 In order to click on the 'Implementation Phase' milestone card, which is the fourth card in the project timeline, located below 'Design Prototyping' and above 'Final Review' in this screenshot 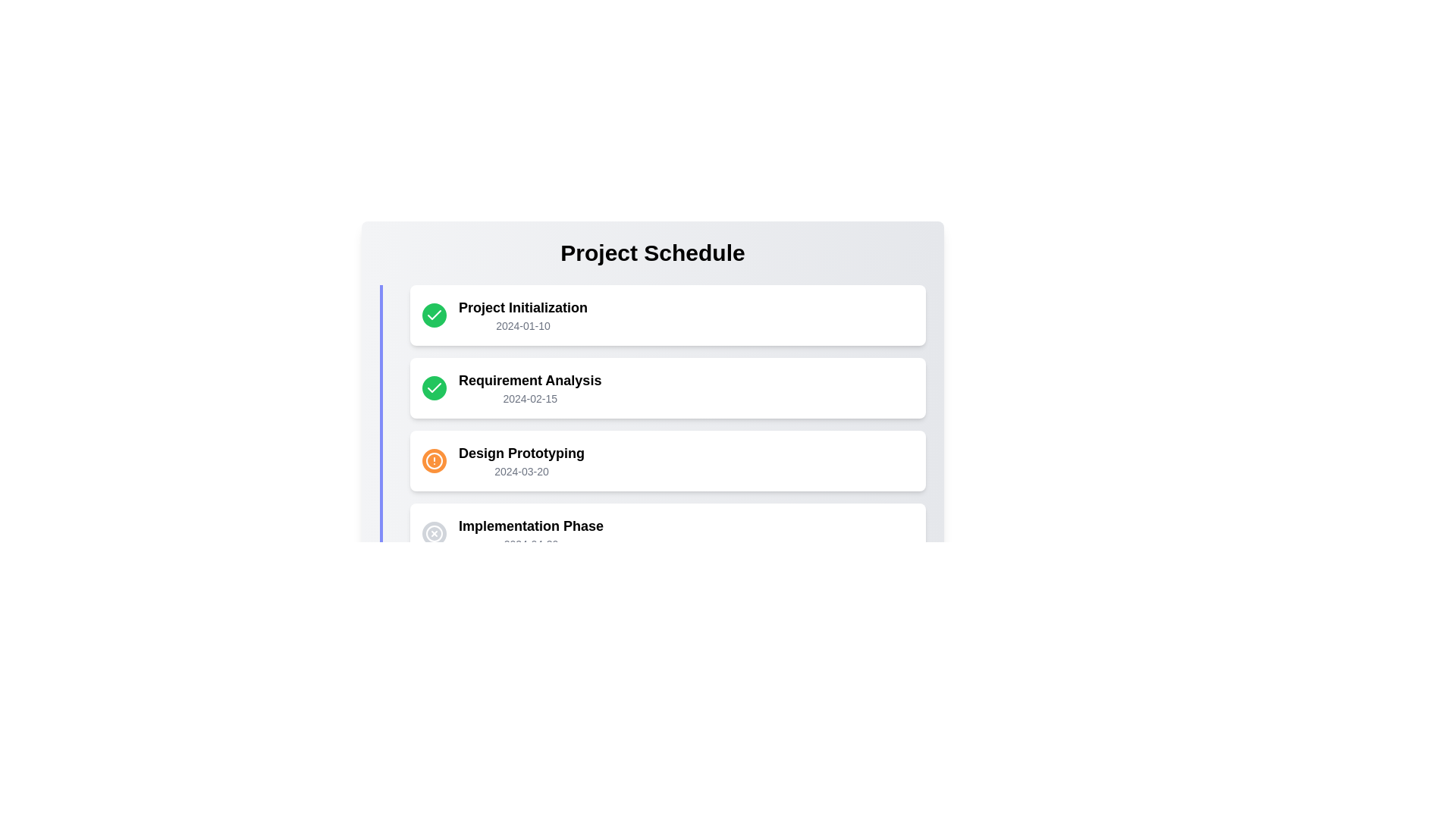, I will do `click(667, 533)`.